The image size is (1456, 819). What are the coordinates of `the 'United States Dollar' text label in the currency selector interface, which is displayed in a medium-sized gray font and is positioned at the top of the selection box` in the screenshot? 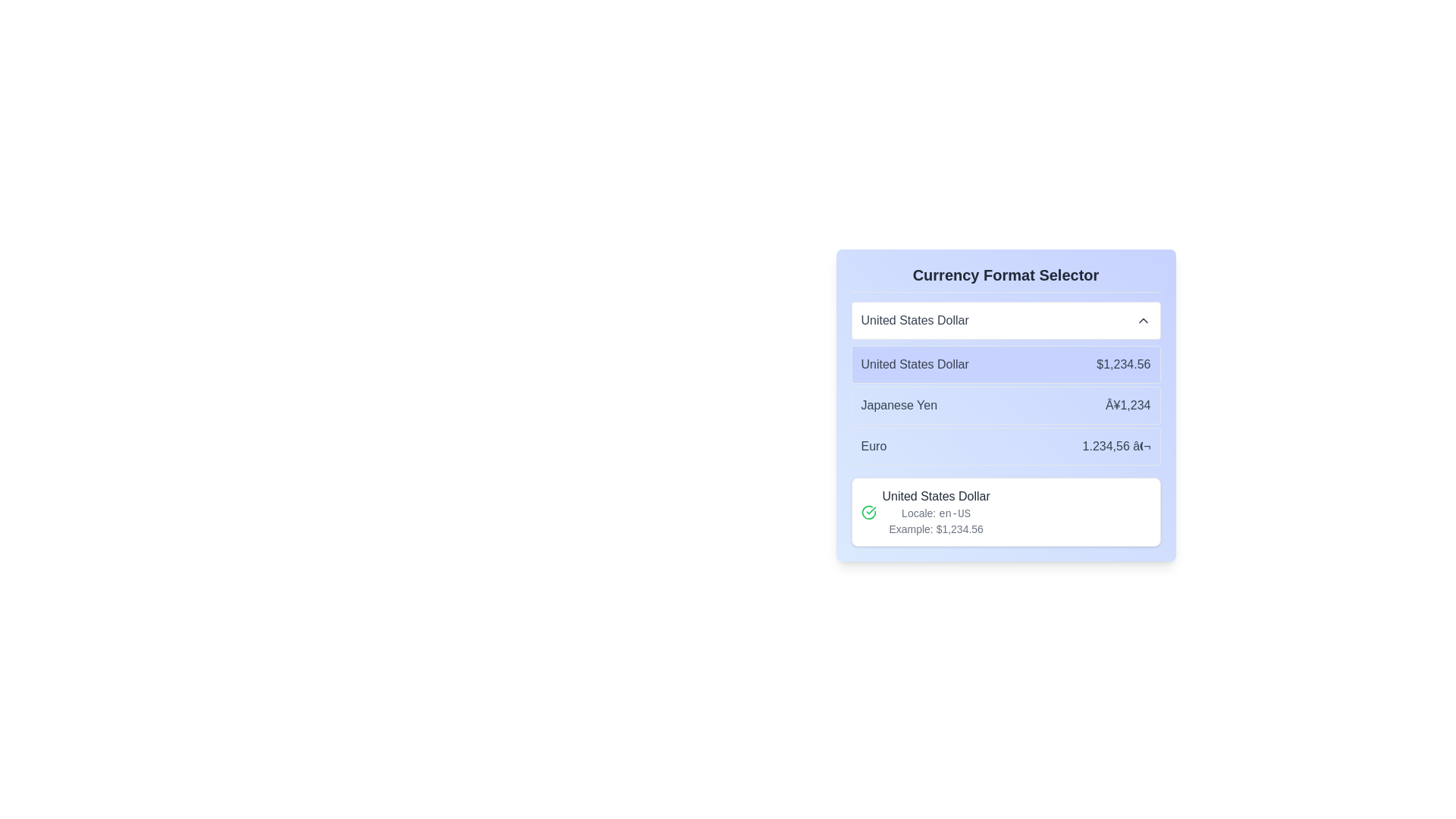 It's located at (914, 320).